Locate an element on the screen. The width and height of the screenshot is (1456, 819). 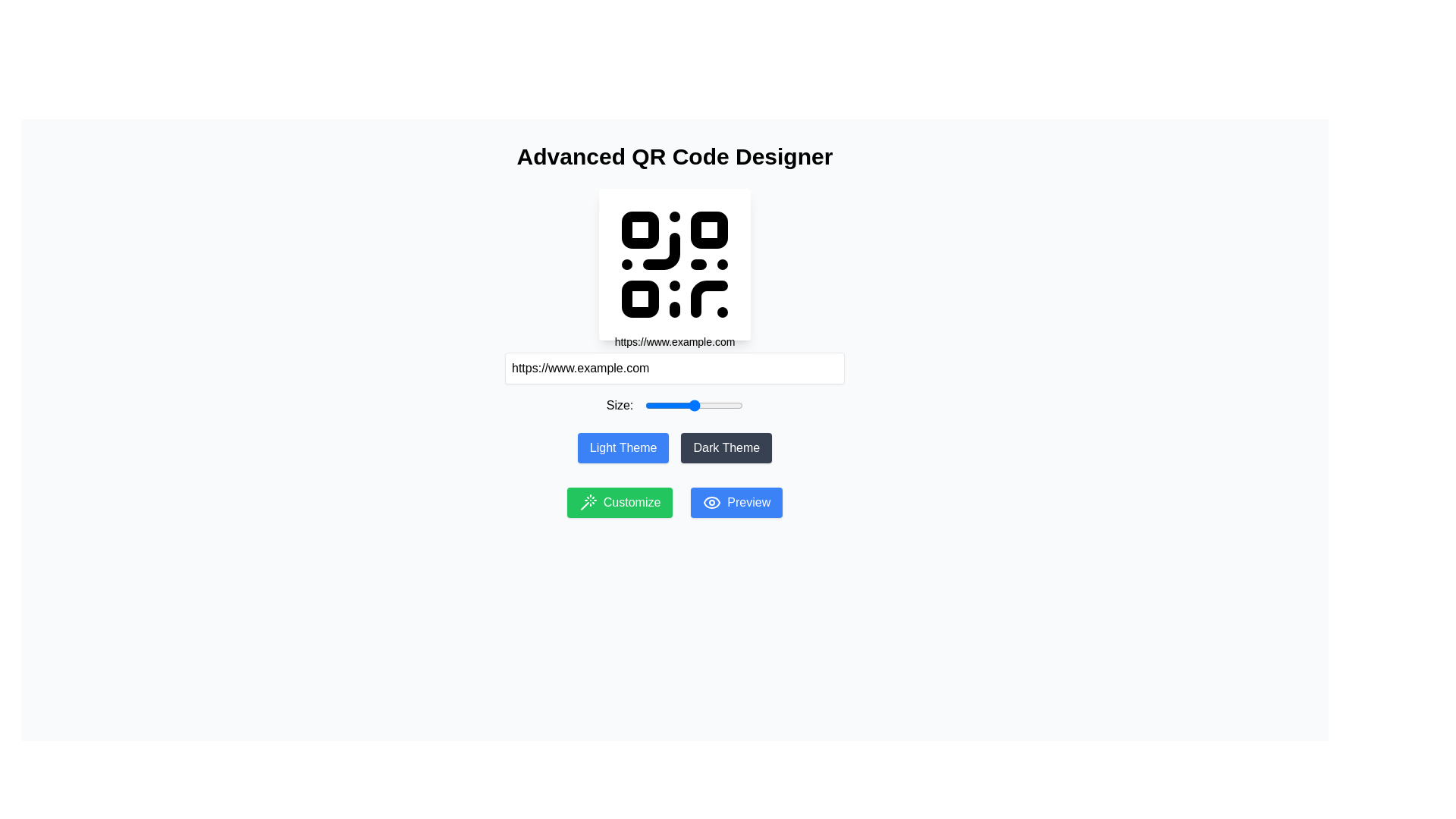
the green 'Customize' button with white text and a wand icon is located at coordinates (620, 503).